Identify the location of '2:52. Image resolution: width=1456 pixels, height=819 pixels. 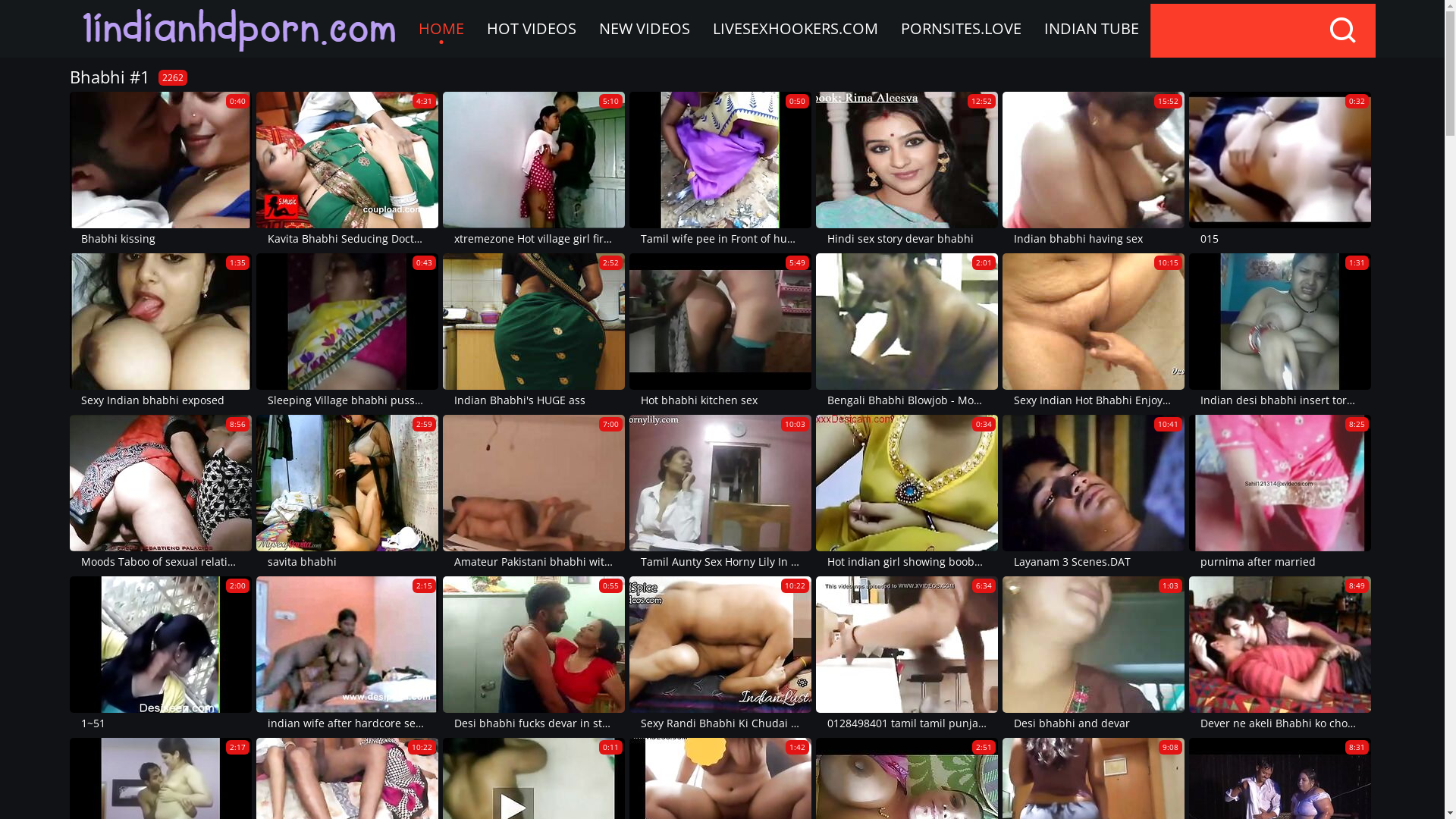
(534, 331).